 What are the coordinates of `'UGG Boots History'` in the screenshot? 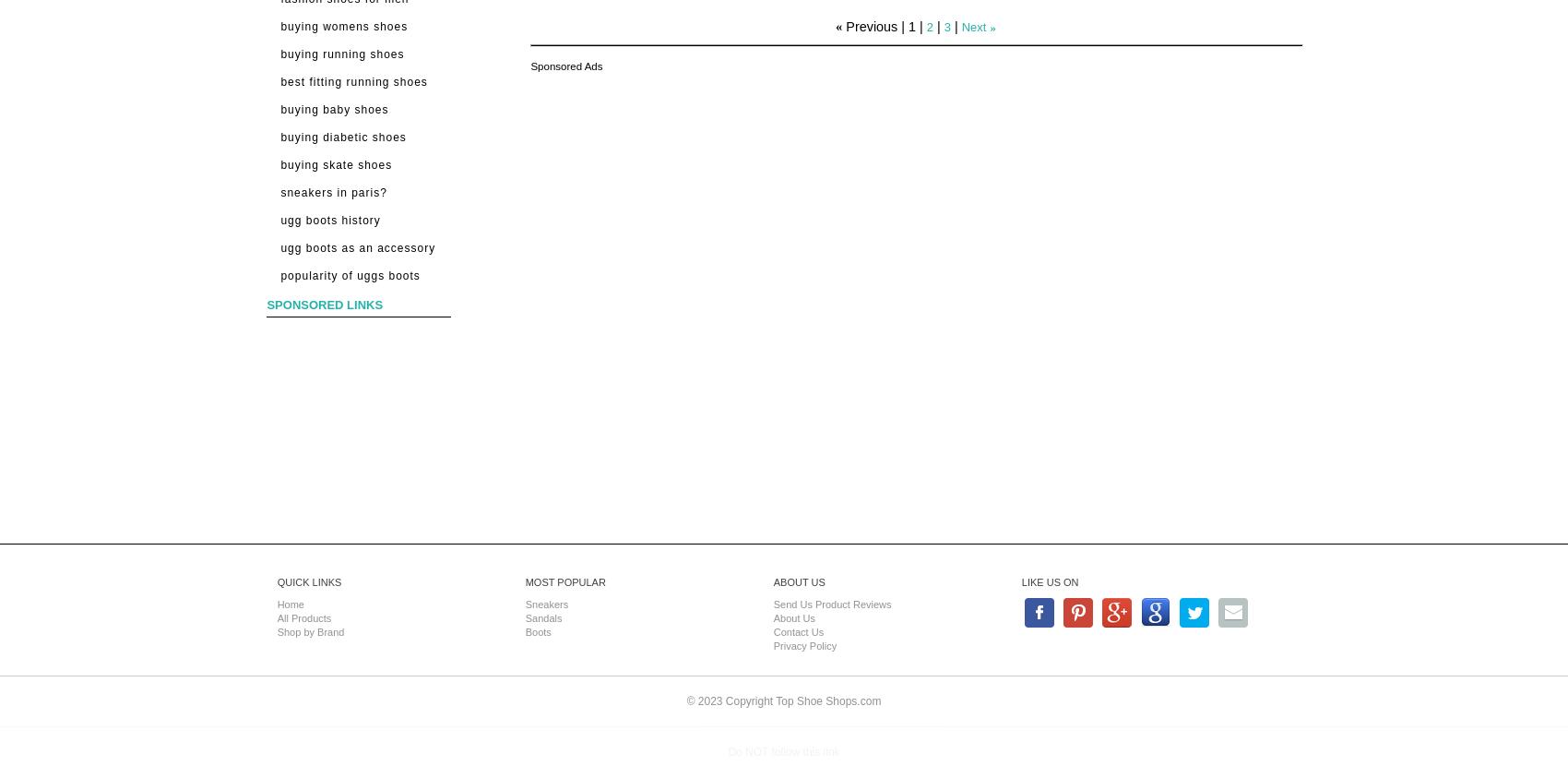 It's located at (329, 220).